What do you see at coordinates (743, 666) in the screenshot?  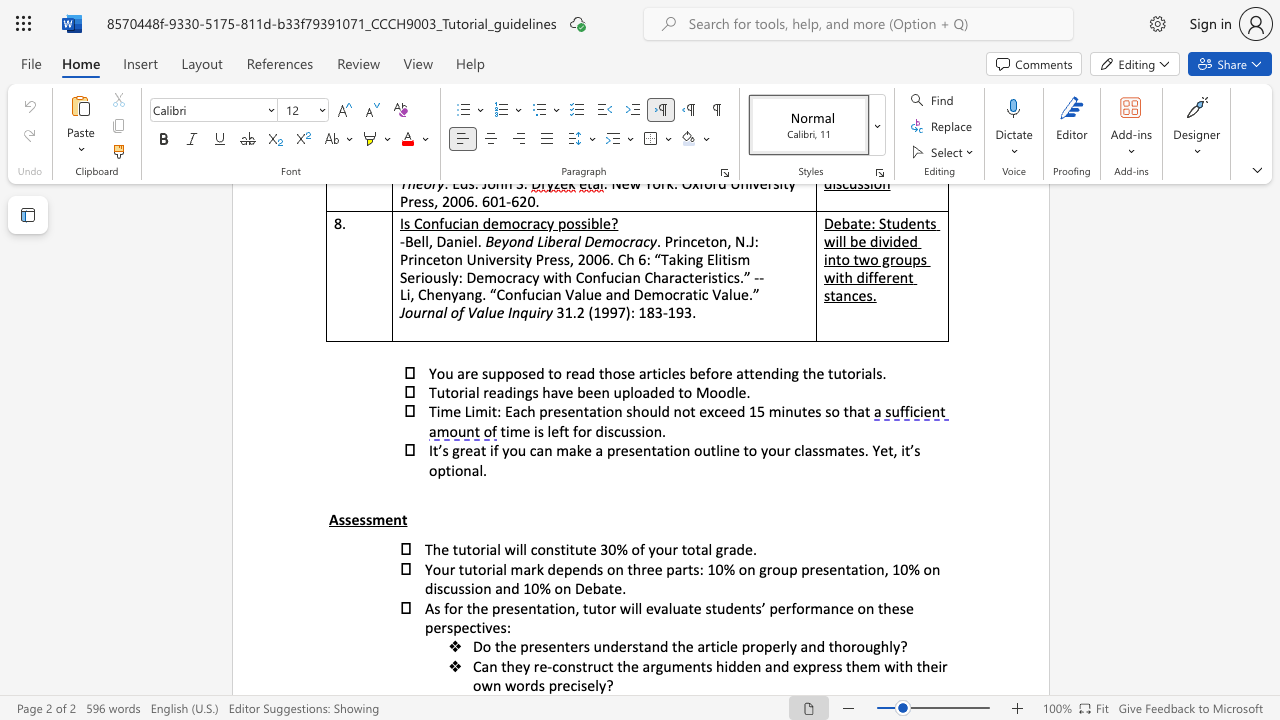 I see `the subset text "en and exp" within the text "Can they re-construct the arguments hidden and express them with their own words precisely?"` at bounding box center [743, 666].